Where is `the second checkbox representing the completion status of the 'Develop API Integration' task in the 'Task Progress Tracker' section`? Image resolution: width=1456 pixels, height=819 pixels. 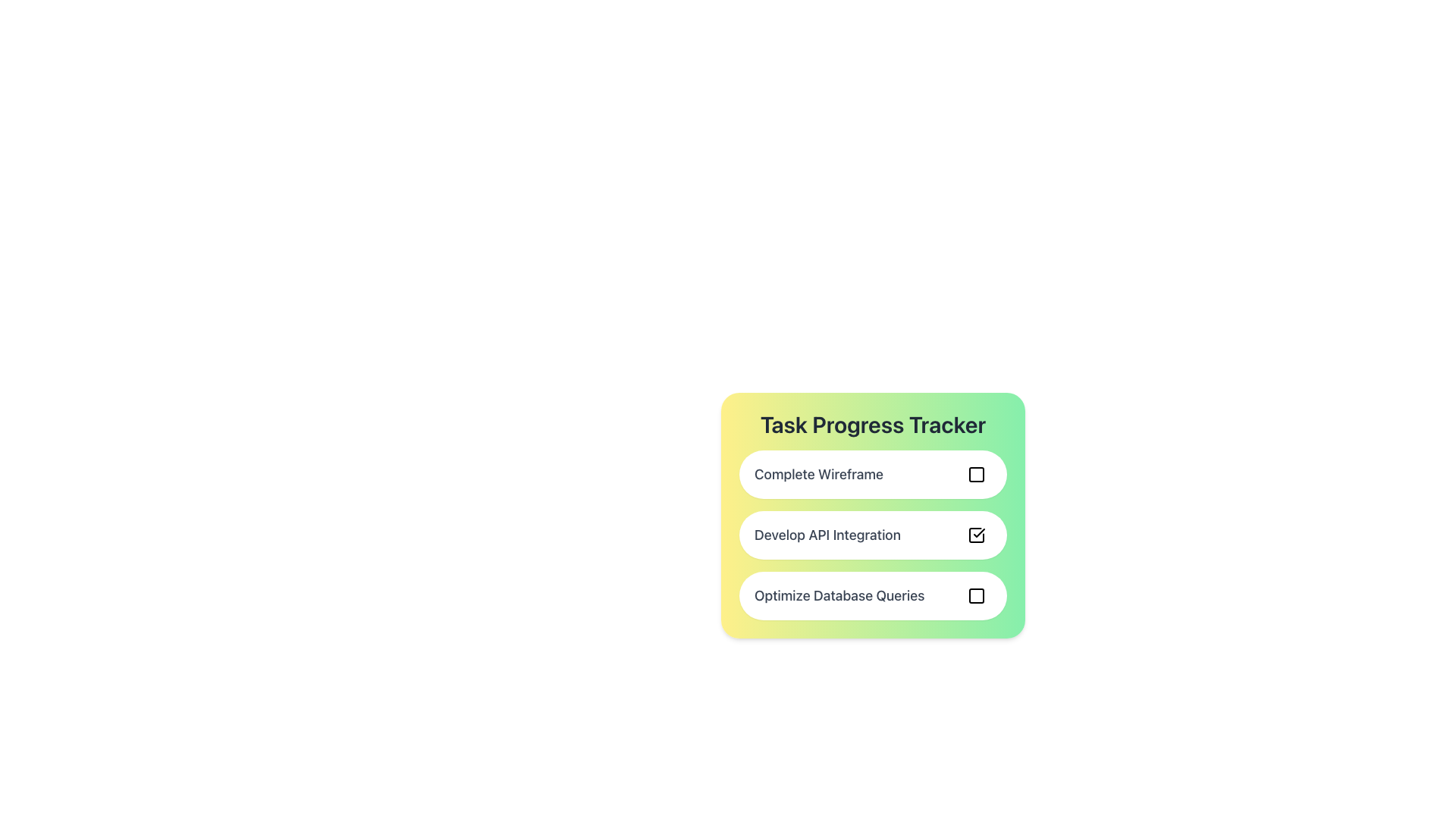
the second checkbox representing the completion status of the 'Develop API Integration' task in the 'Task Progress Tracker' section is located at coordinates (976, 534).